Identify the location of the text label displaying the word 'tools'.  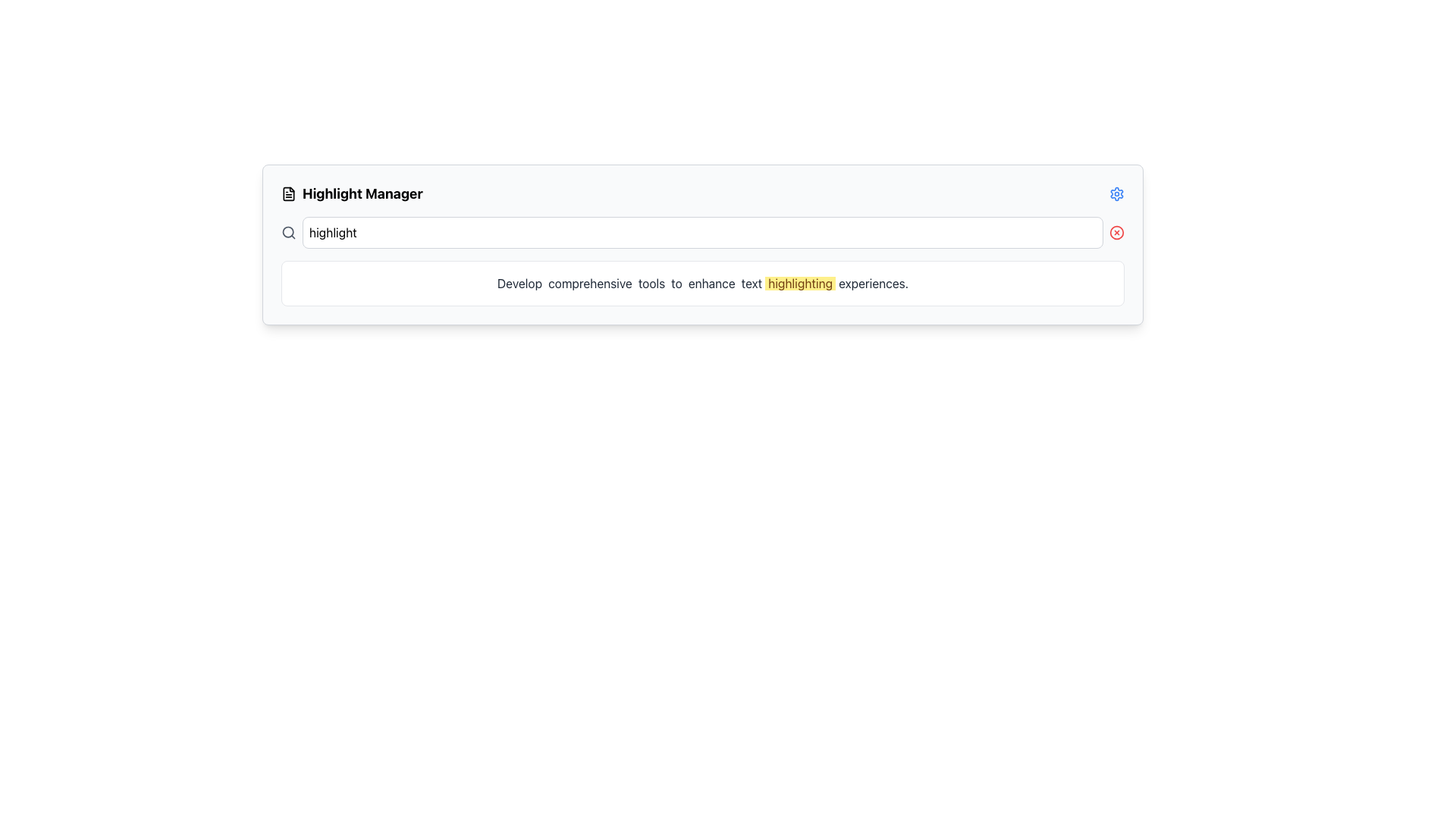
(651, 284).